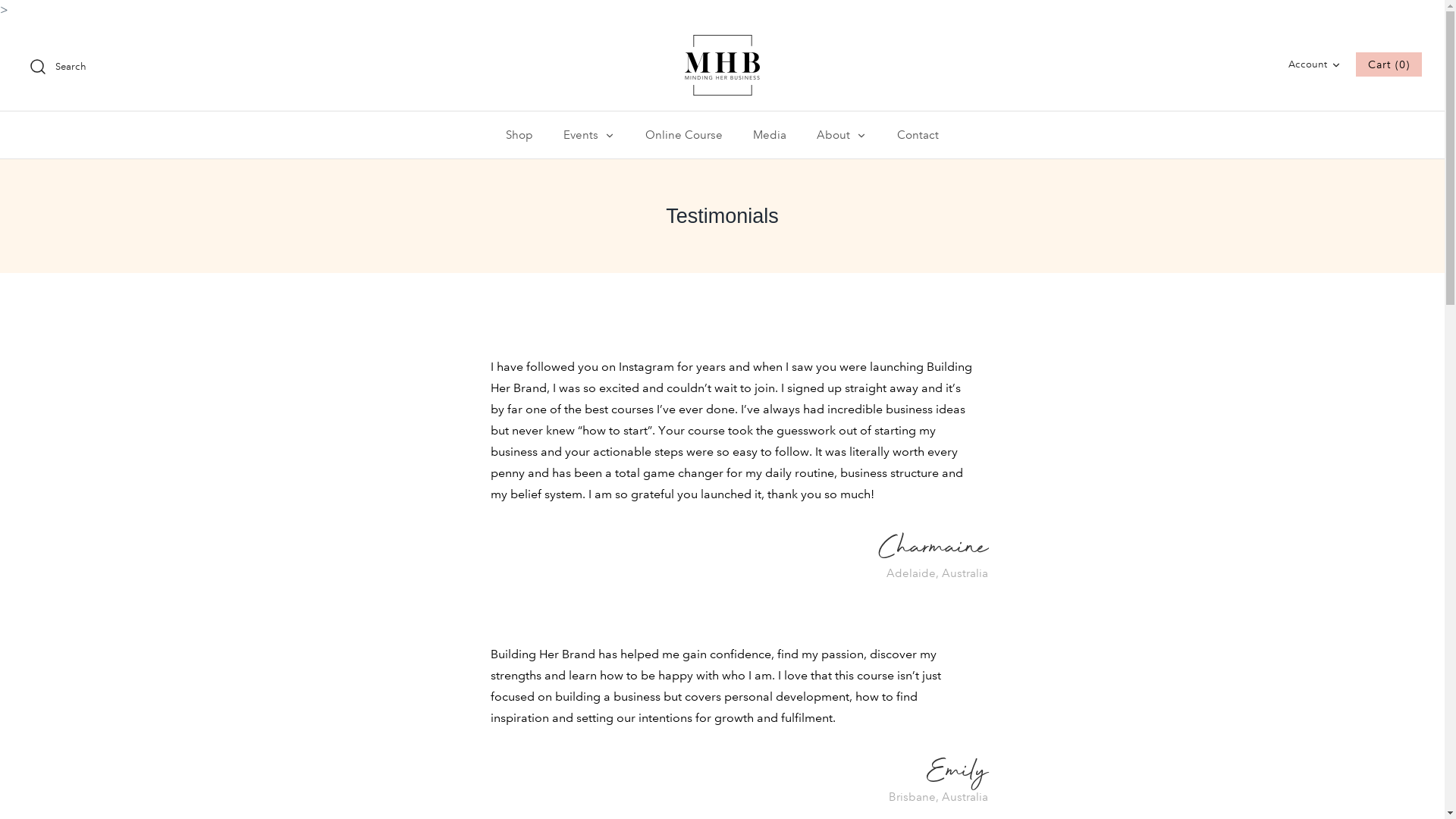 The image size is (1456, 819). Describe the element at coordinates (1389, 63) in the screenshot. I see `'Cart (0)'` at that location.